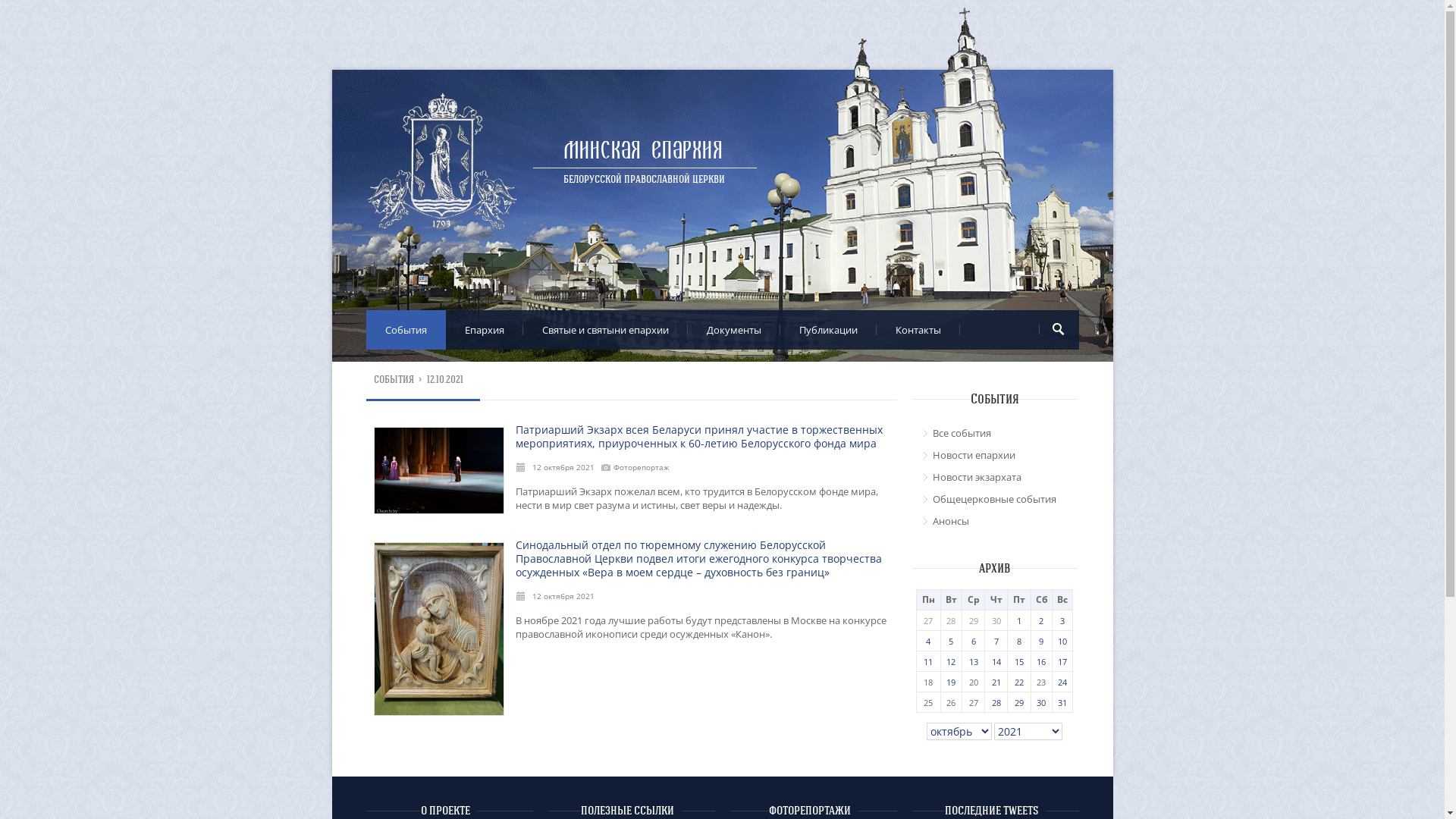  Describe the element at coordinates (996, 701) in the screenshot. I see `'28'` at that location.